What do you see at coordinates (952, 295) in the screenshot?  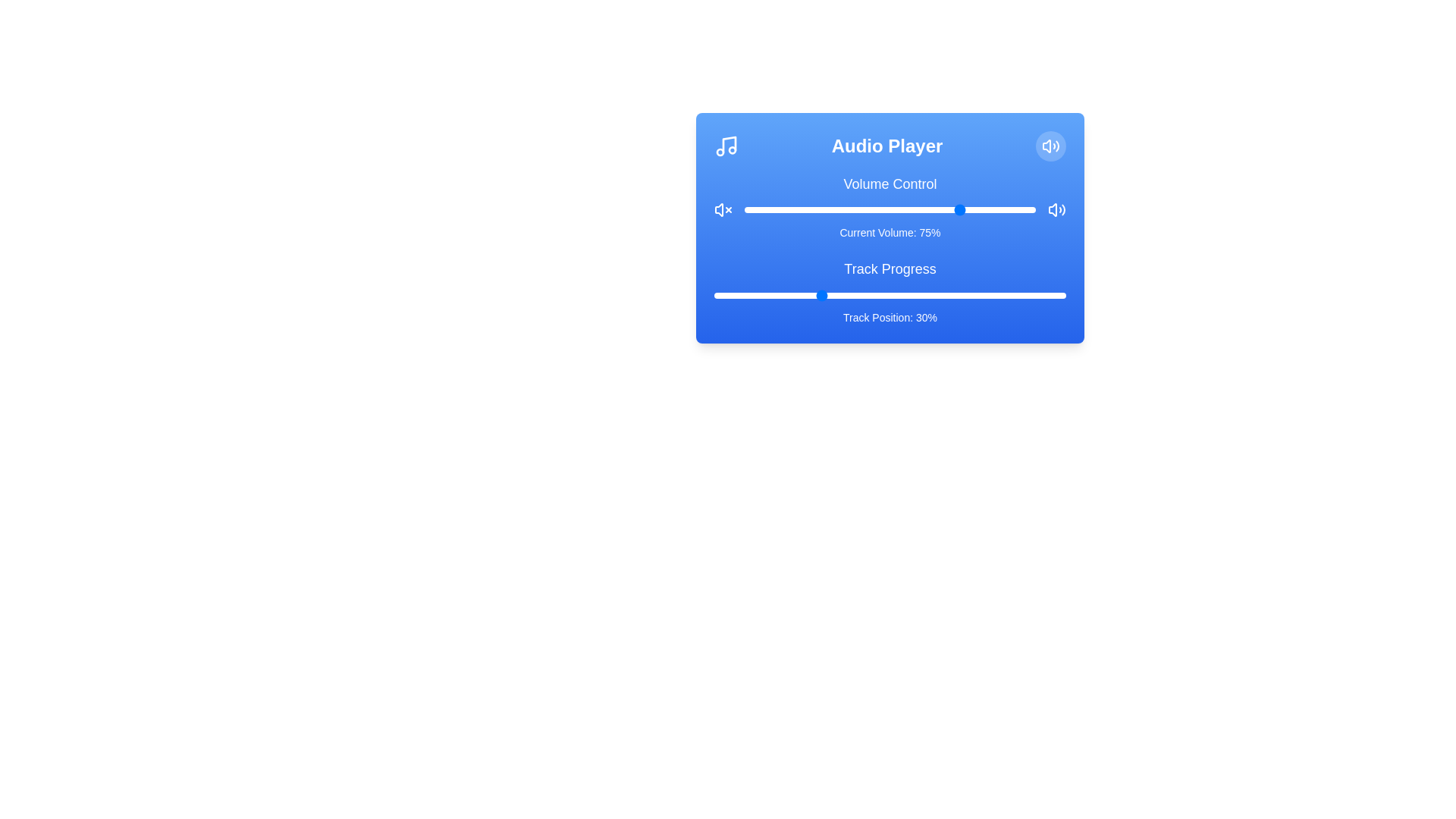 I see `track position` at bounding box center [952, 295].